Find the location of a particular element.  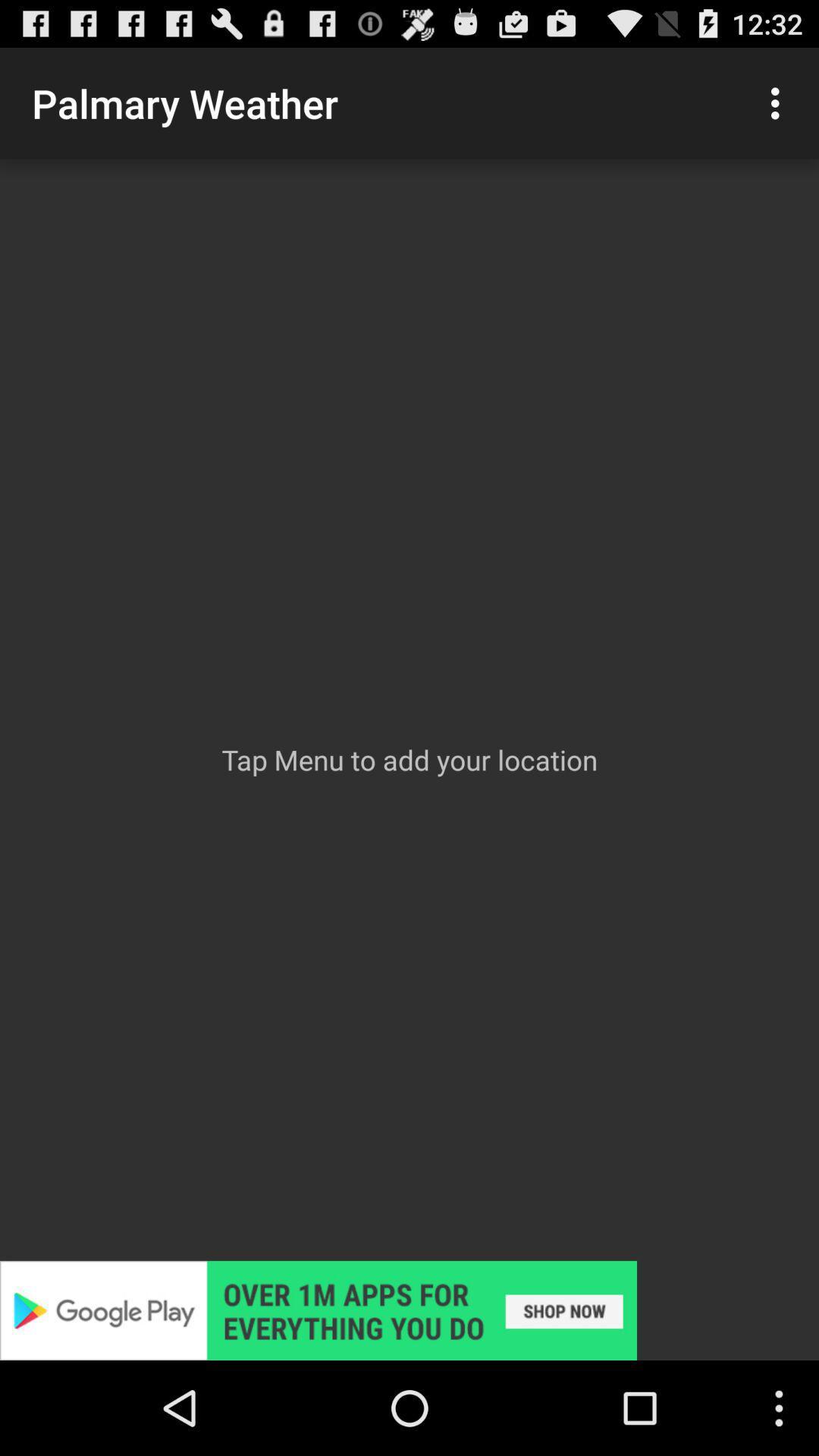

display advertisement is located at coordinates (409, 1310).